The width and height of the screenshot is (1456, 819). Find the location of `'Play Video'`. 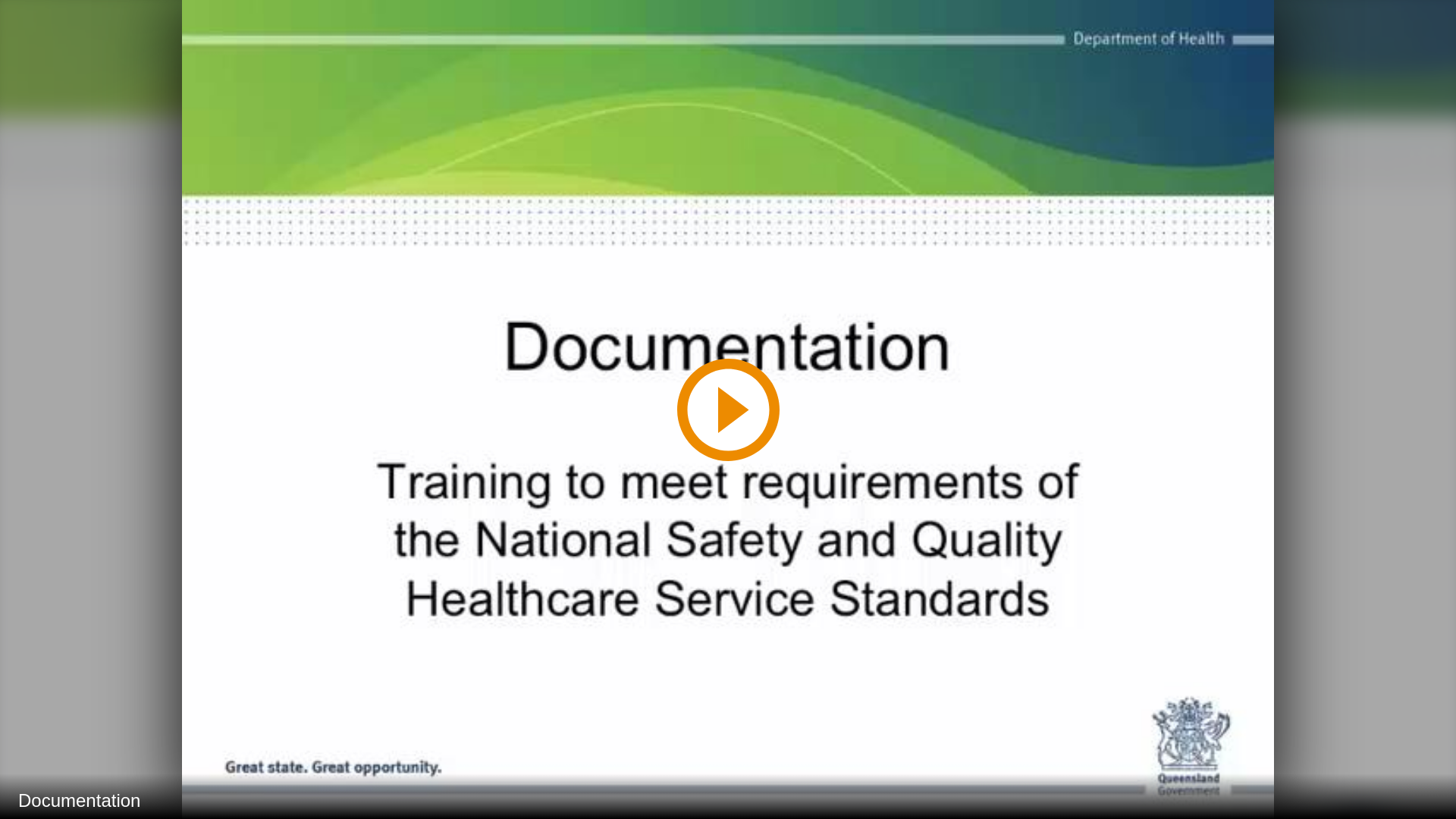

'Play Video' is located at coordinates (726, 408).